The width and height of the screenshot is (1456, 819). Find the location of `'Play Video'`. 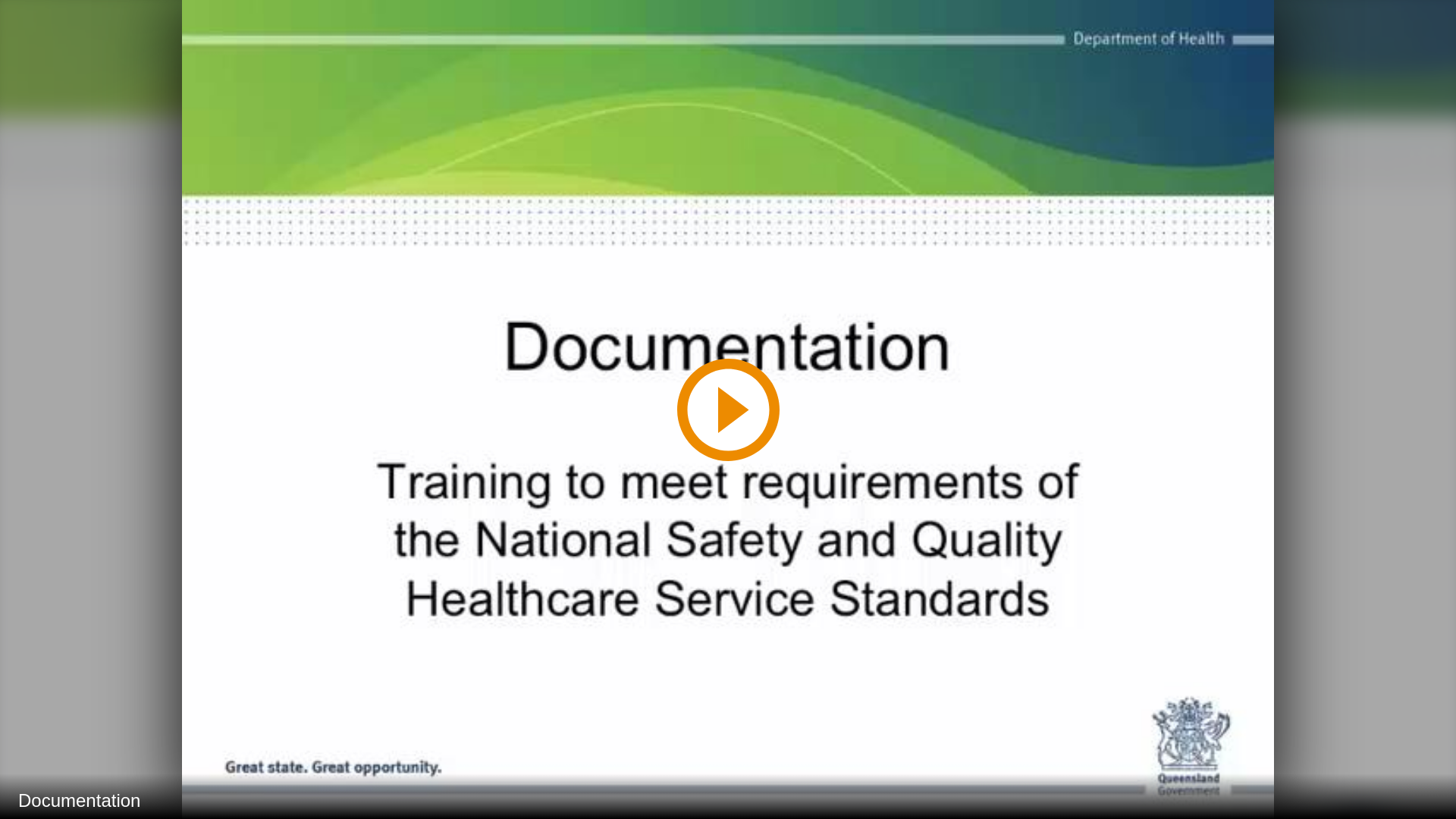

'Play Video' is located at coordinates (726, 408).